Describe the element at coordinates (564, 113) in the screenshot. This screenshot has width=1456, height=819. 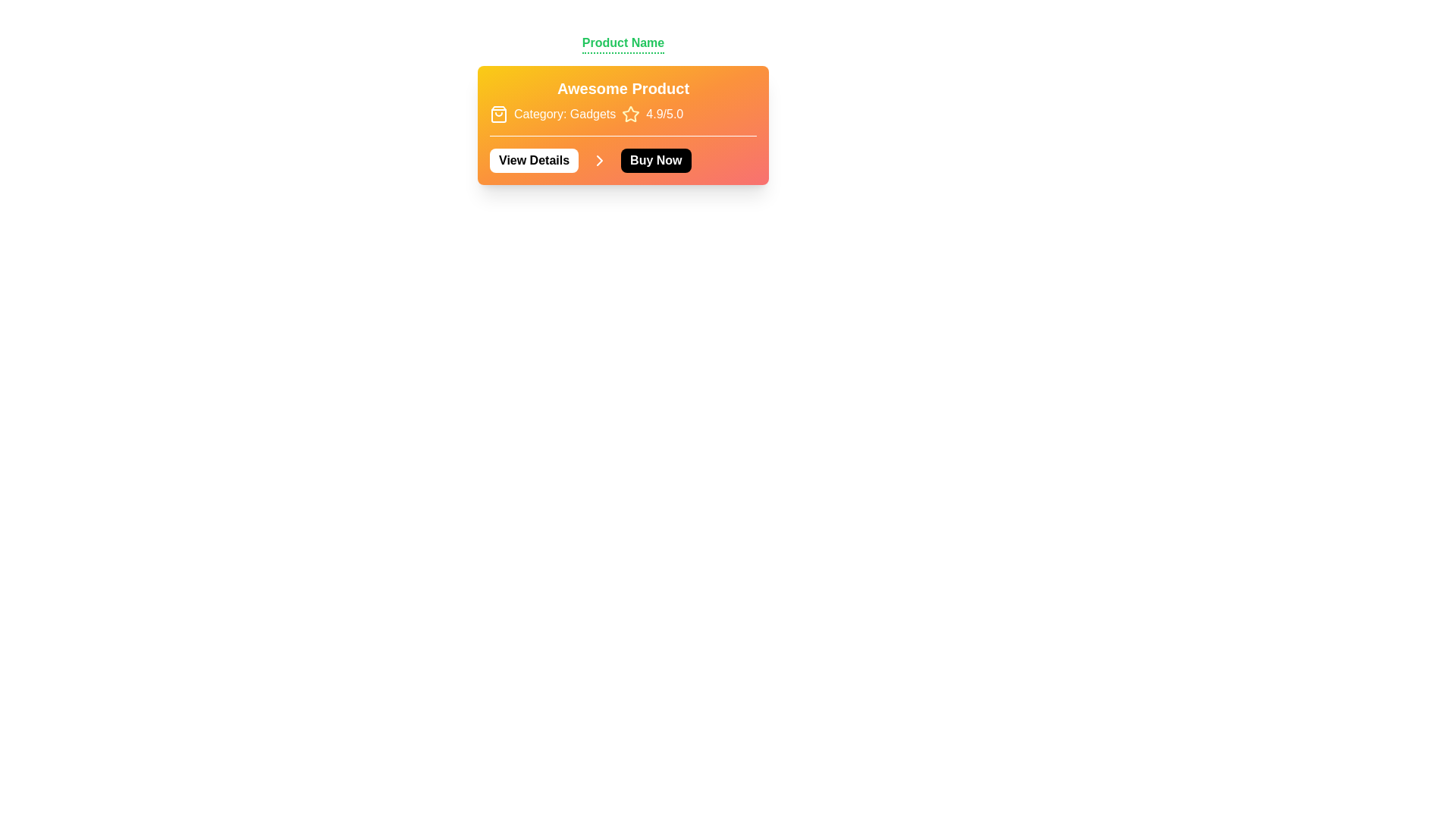
I see `the static text label displaying 'Category: Gadgets', which is prominently styled with white text on an orange background, located under the title 'Awesome Product'` at that location.